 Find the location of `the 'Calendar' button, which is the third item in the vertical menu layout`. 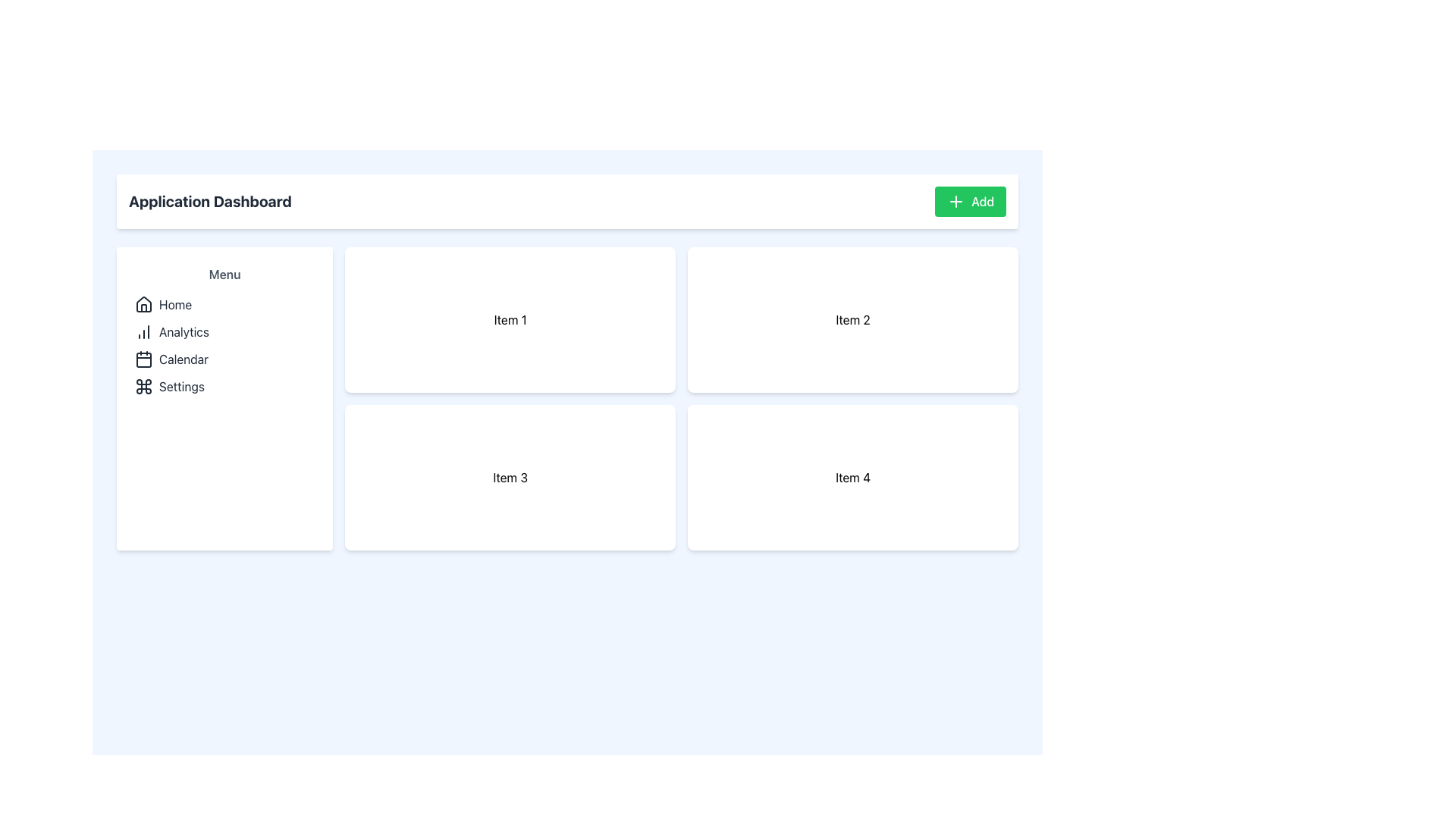

the 'Calendar' button, which is the third item in the vertical menu layout is located at coordinates (224, 359).